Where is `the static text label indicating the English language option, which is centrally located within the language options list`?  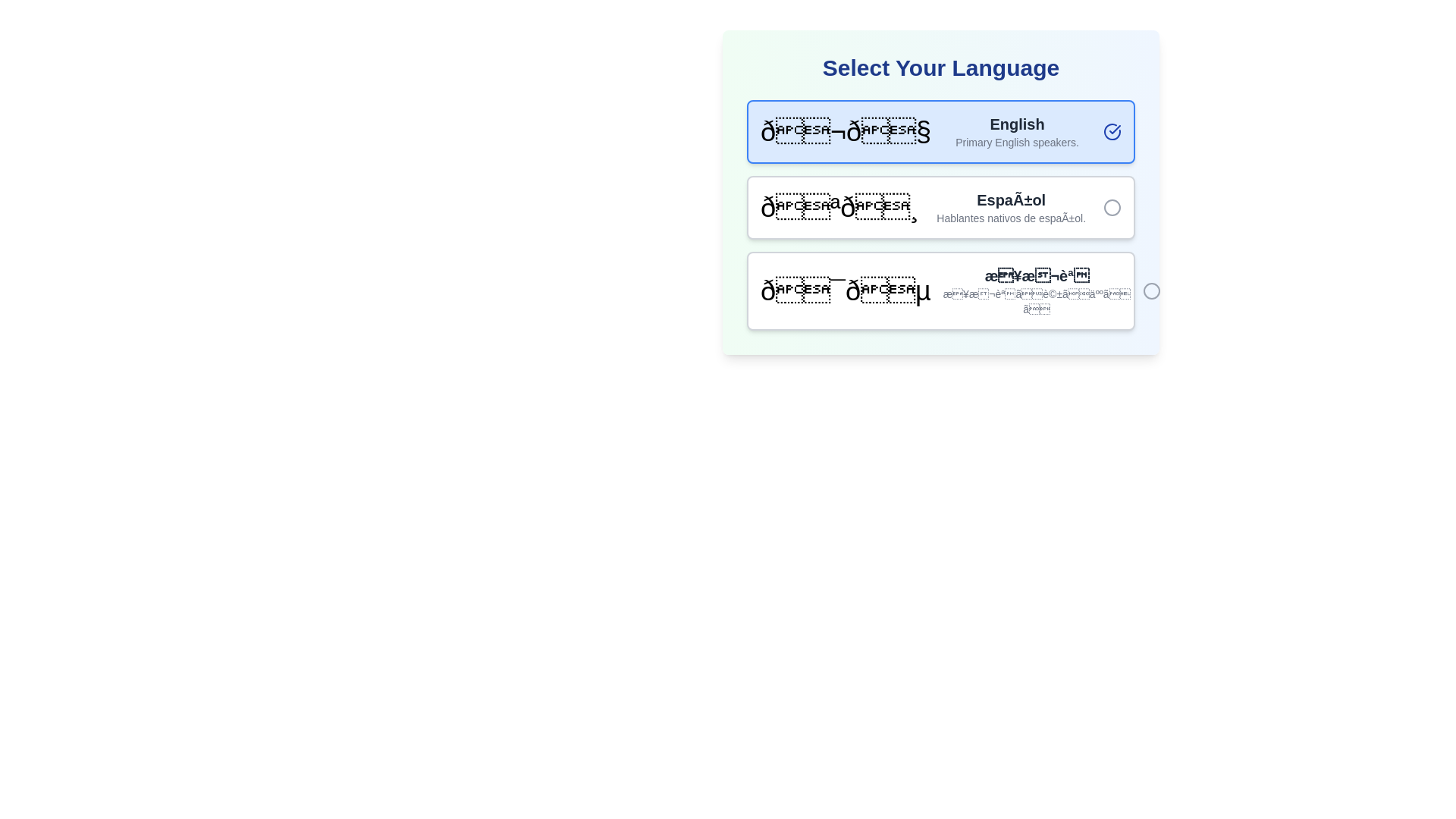 the static text label indicating the English language option, which is centrally located within the language options list is located at coordinates (1017, 124).